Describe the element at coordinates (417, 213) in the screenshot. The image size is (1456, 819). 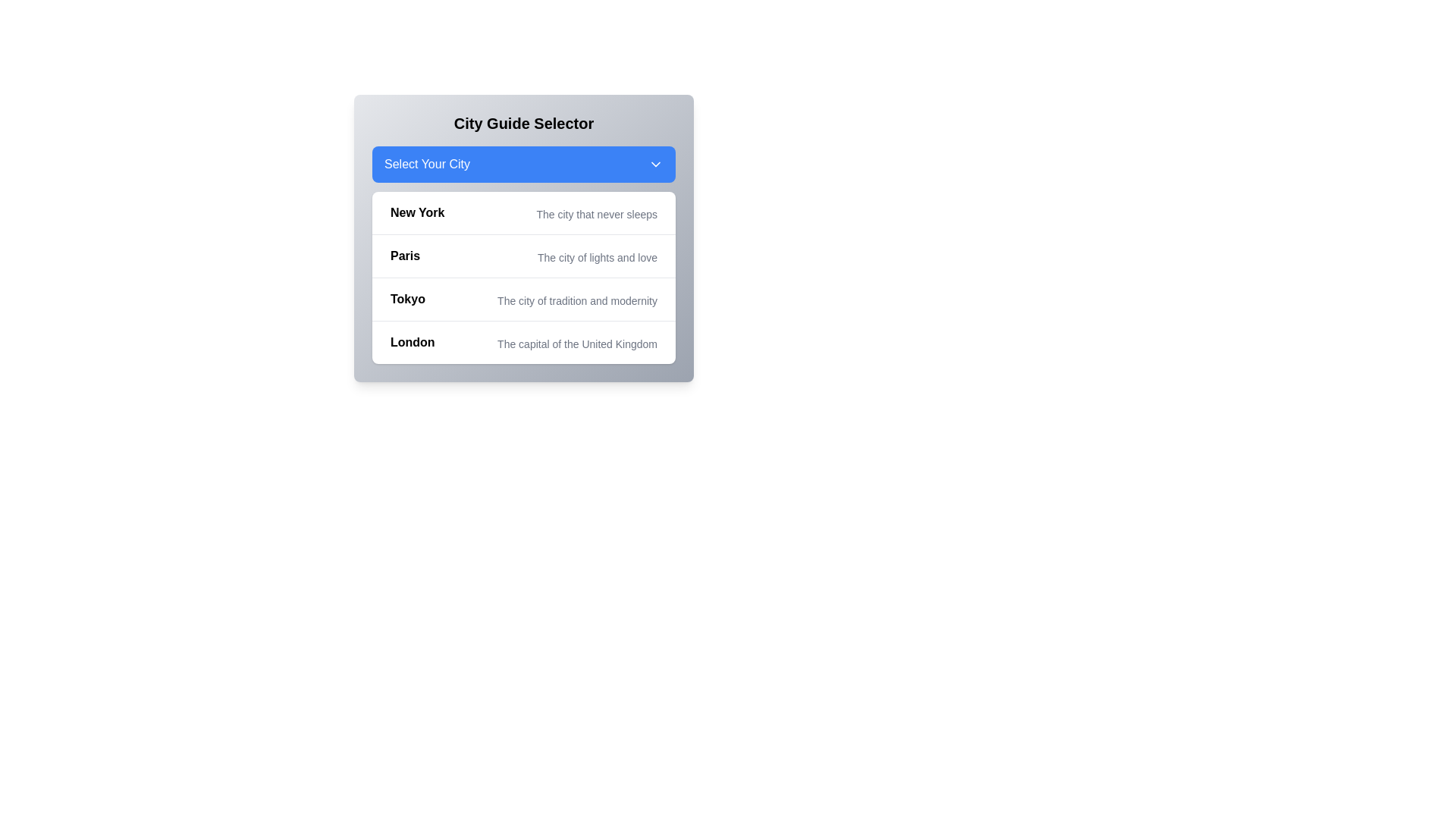
I see `the text label 'New York', which is the first option in the city selection list and serves as a title for the description of the city` at that location.